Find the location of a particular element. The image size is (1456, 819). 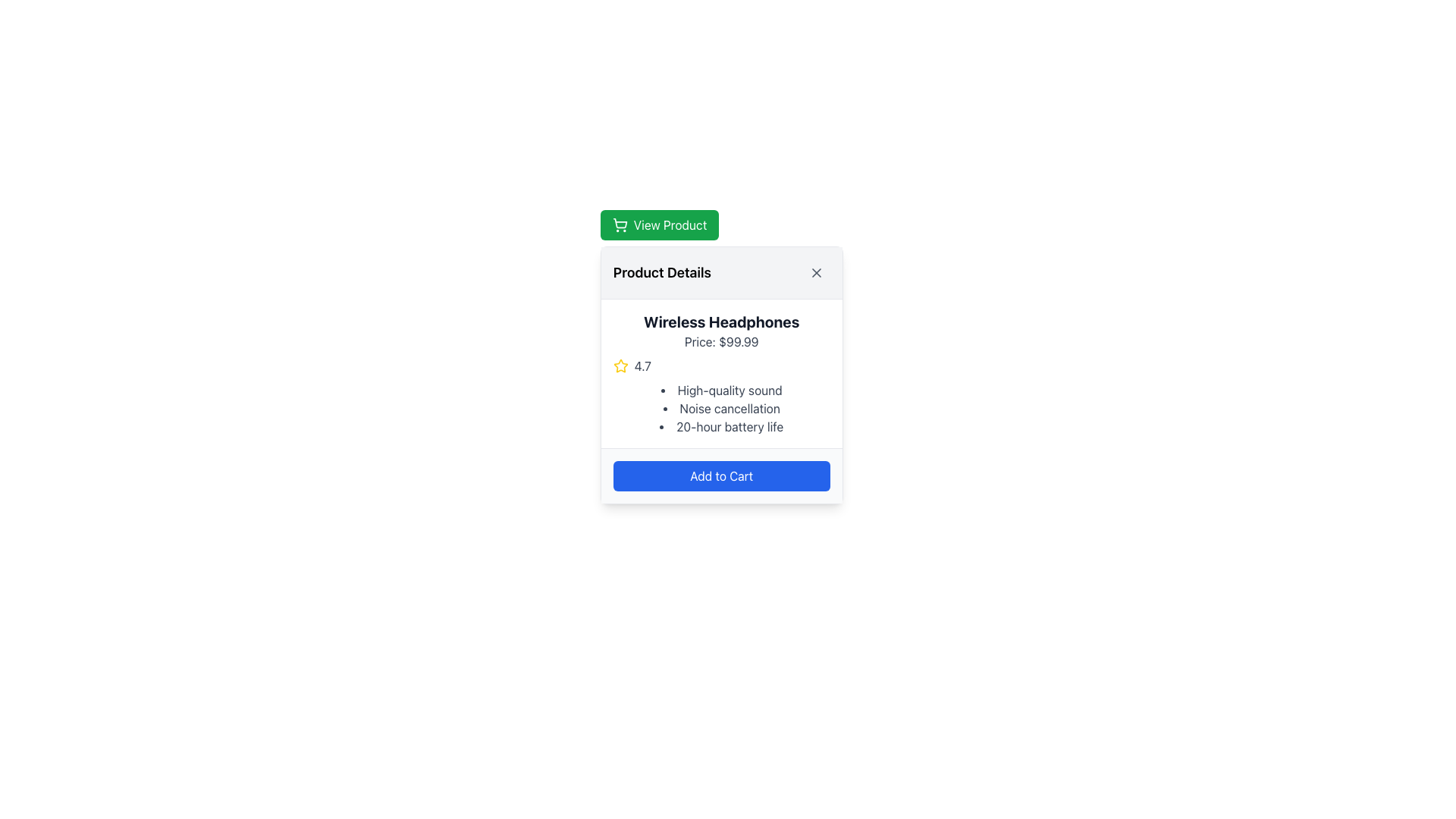

the star icon, which is styled with a yellow fill and a black outline, representing ratings or favorites in the product details popup box is located at coordinates (620, 366).